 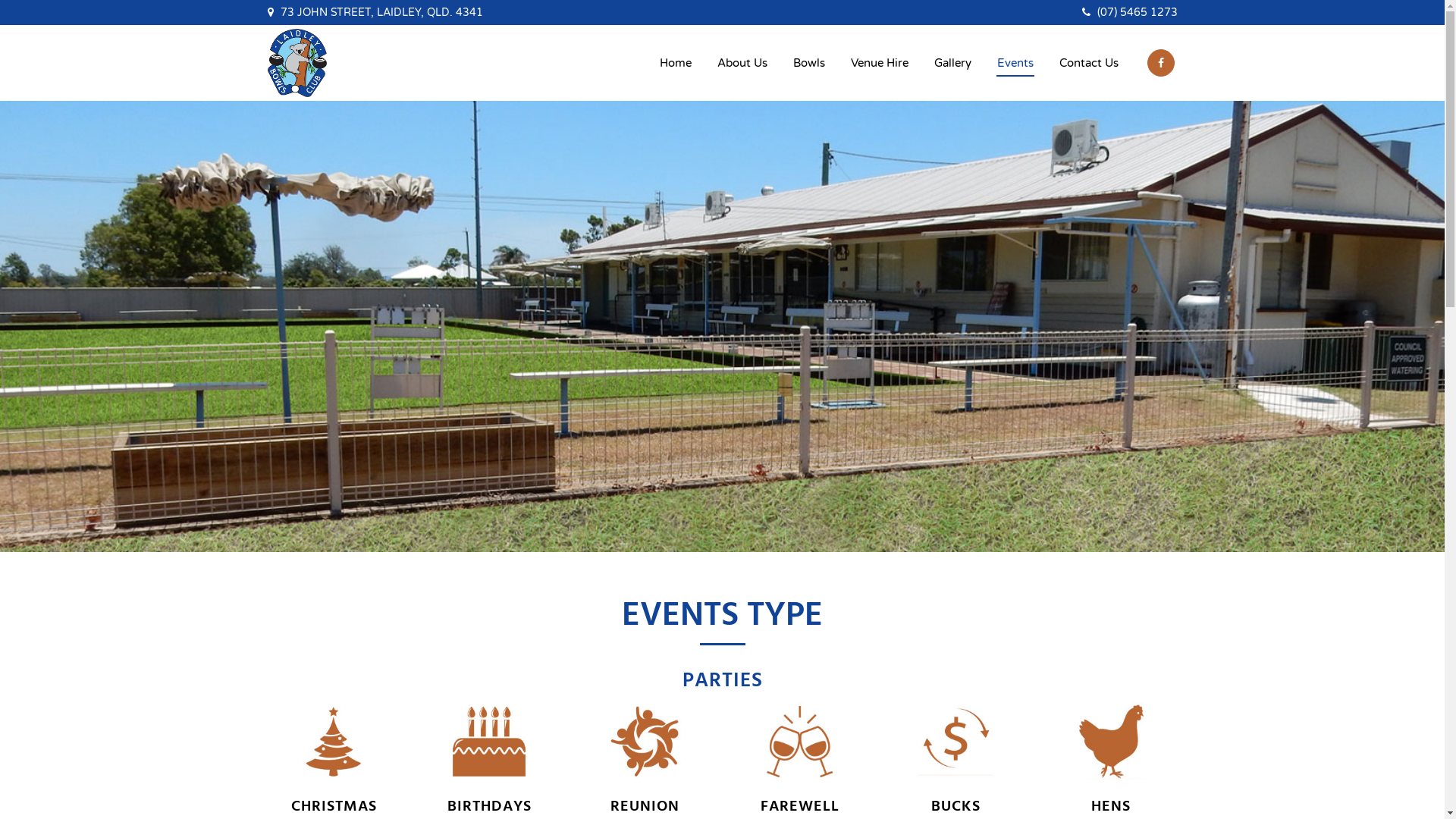 What do you see at coordinates (675, 62) in the screenshot?
I see `'Home'` at bounding box center [675, 62].